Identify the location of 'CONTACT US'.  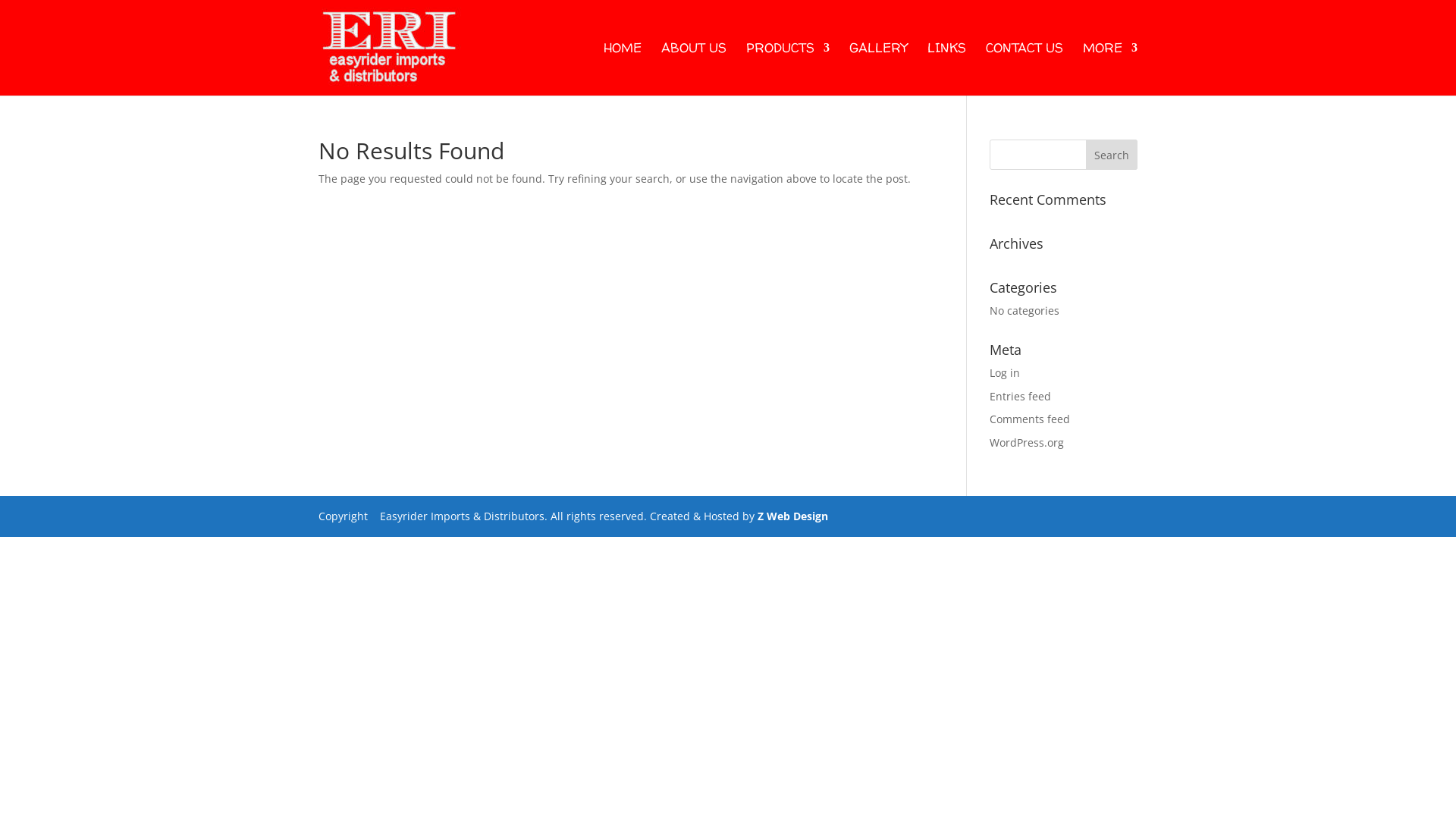
(1024, 69).